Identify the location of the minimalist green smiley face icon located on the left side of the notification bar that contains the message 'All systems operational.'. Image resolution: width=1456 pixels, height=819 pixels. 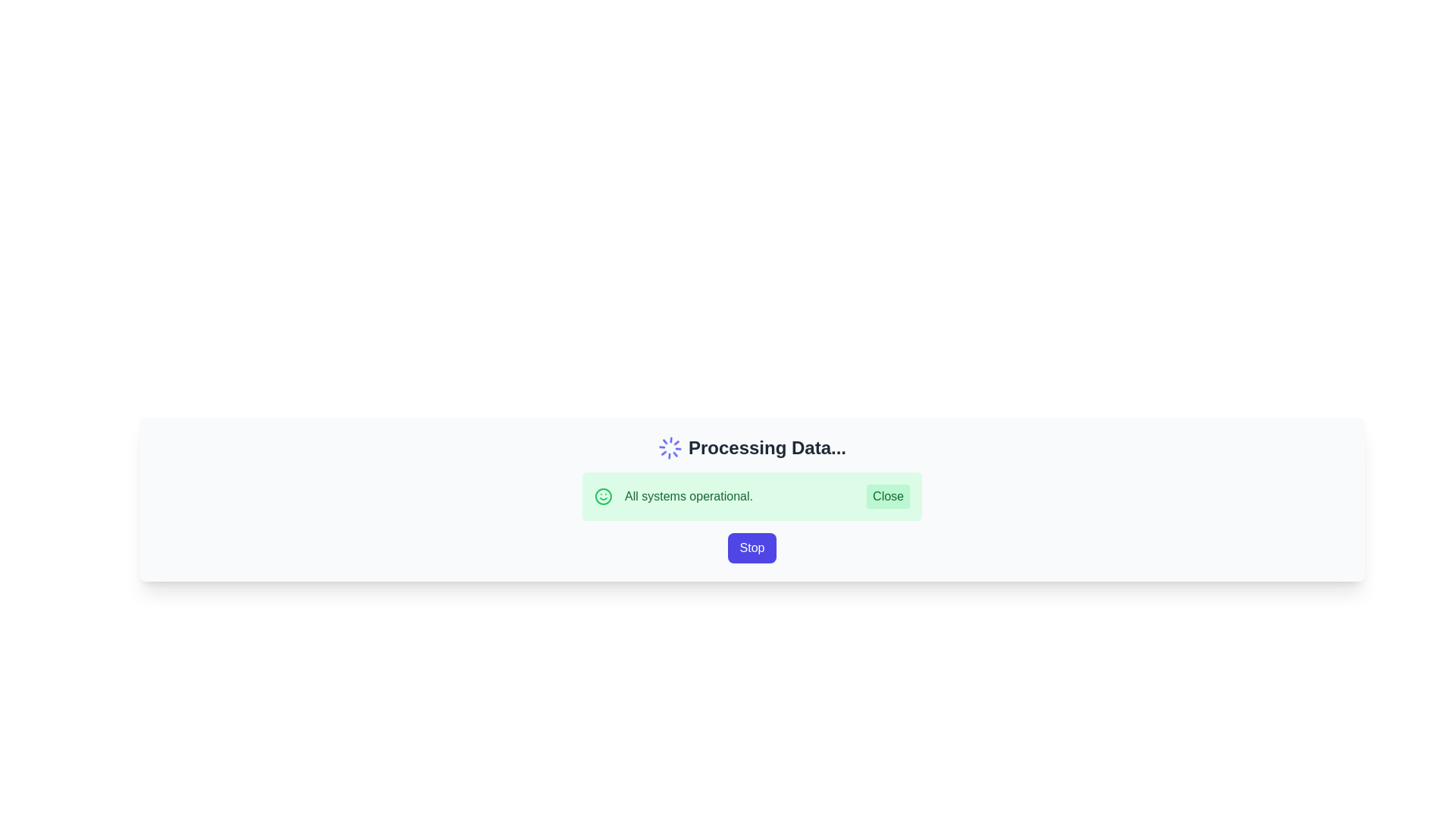
(603, 497).